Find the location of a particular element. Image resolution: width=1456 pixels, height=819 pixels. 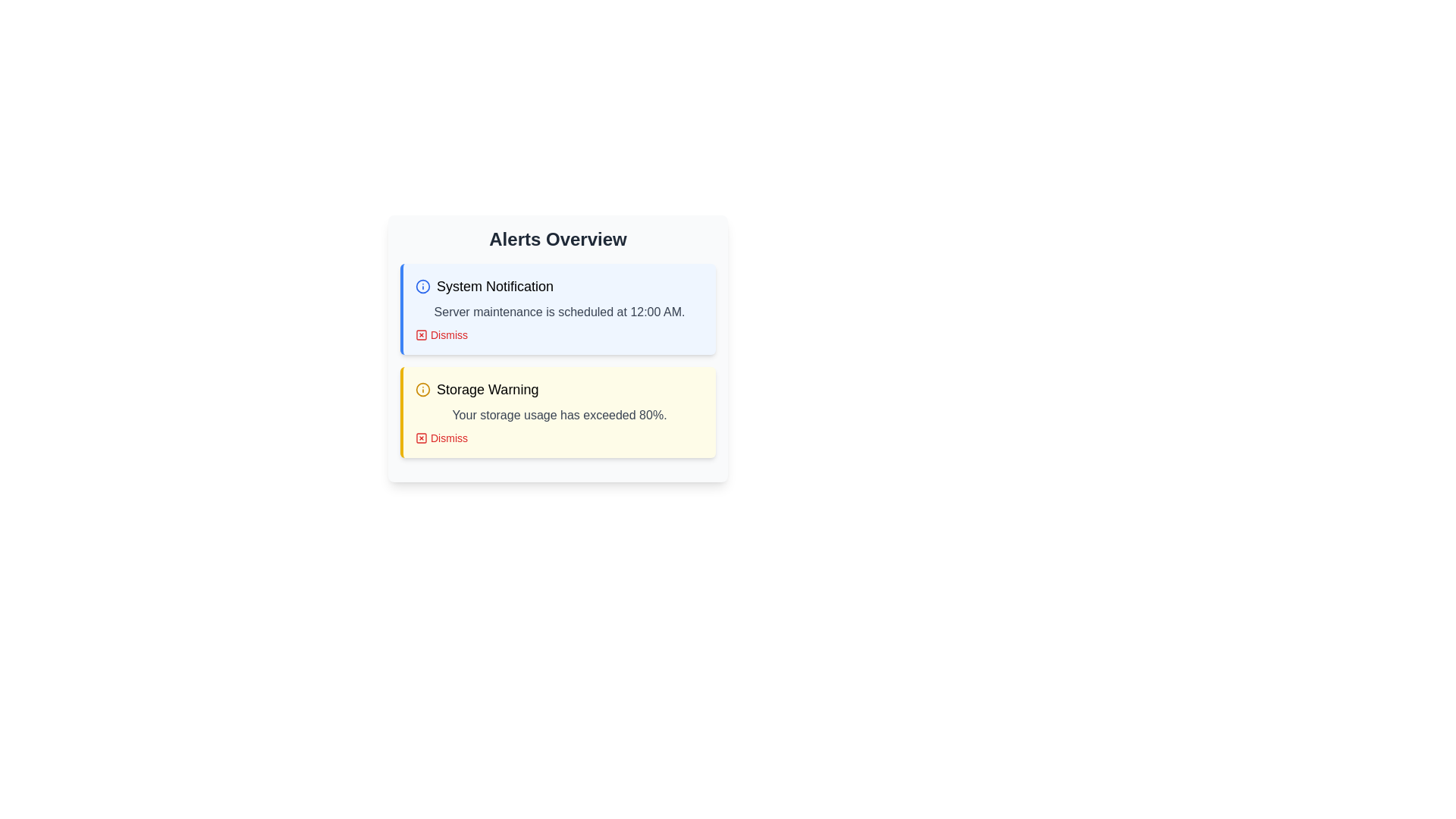

the alert icon indicating storage usage exceeding 80%, located to the left of the text in the yellow-highlighted storage warning notification is located at coordinates (422, 388).